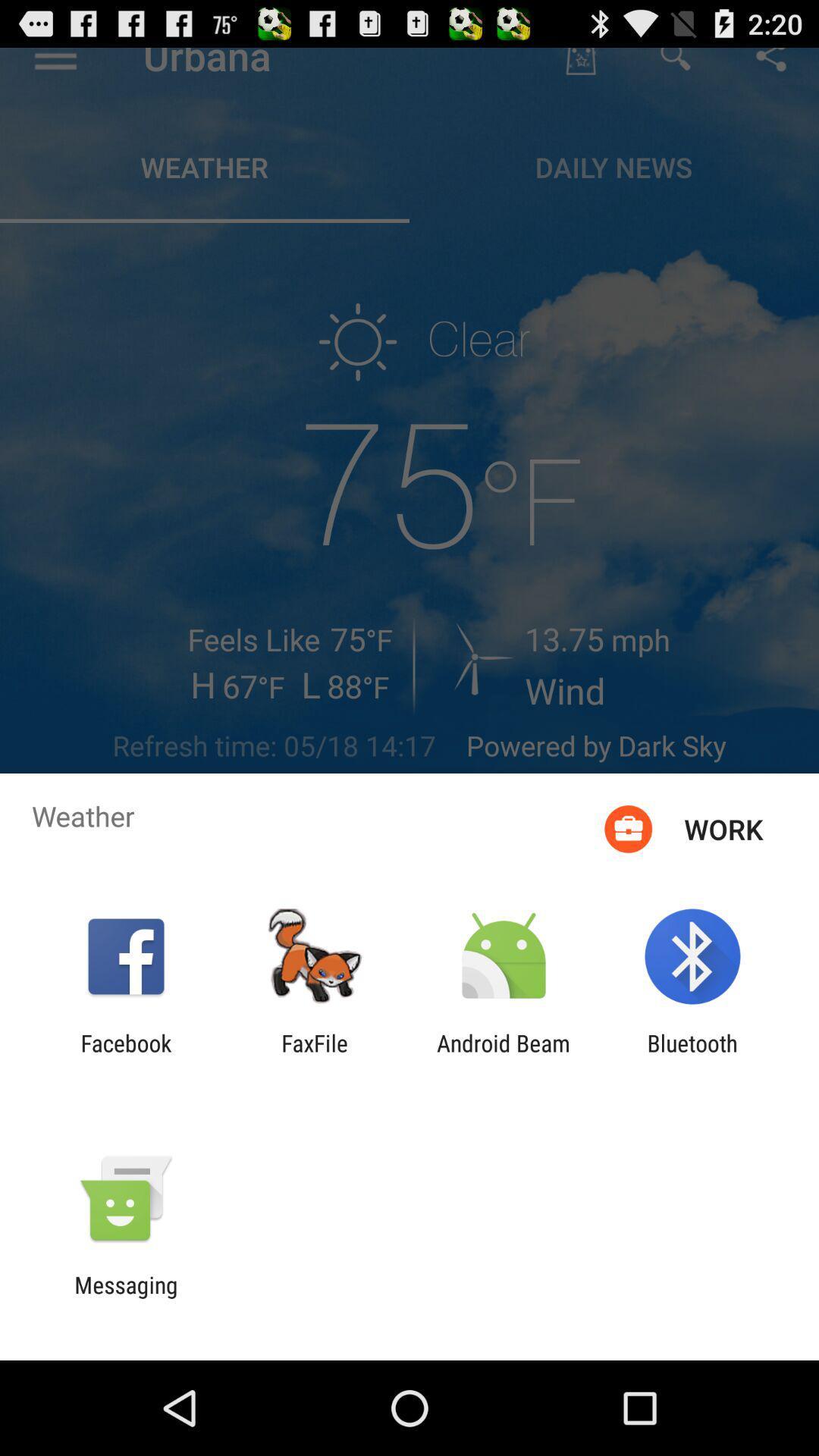 Image resolution: width=819 pixels, height=1456 pixels. What do you see at coordinates (125, 1056) in the screenshot?
I see `item next to the faxfile` at bounding box center [125, 1056].